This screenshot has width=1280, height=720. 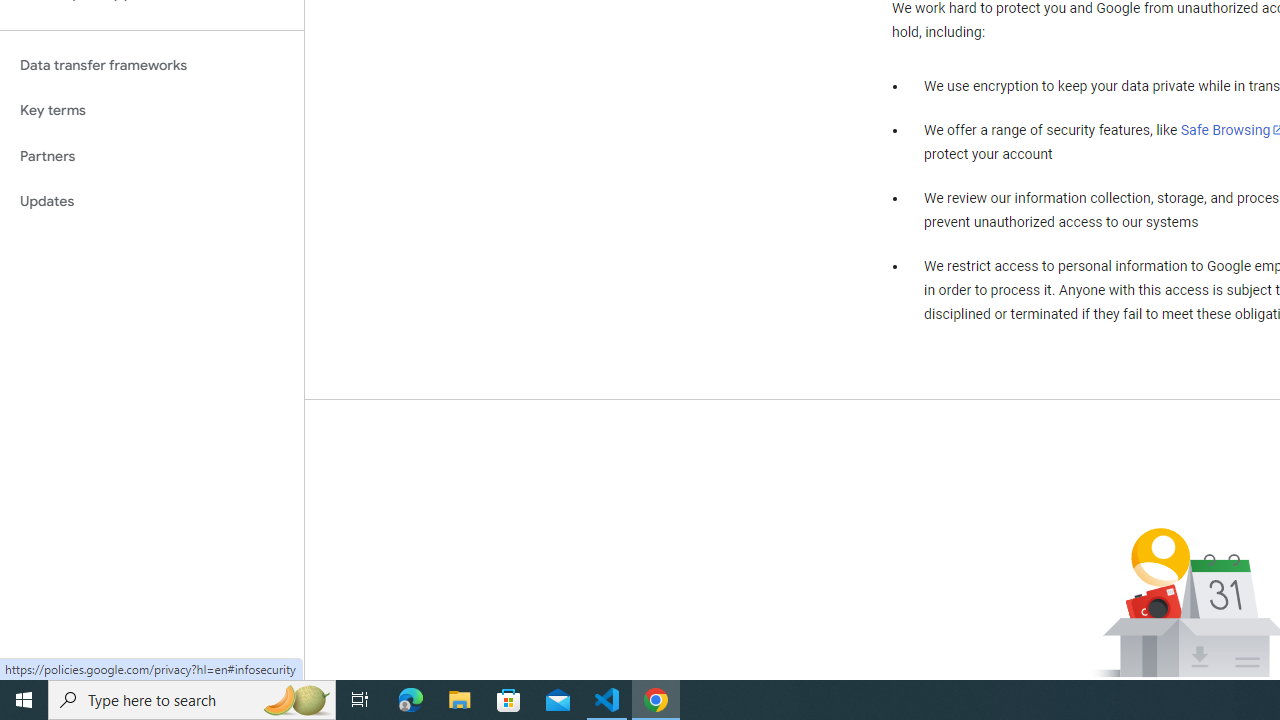 What do you see at coordinates (151, 64) in the screenshot?
I see `'Data transfer frameworks'` at bounding box center [151, 64].